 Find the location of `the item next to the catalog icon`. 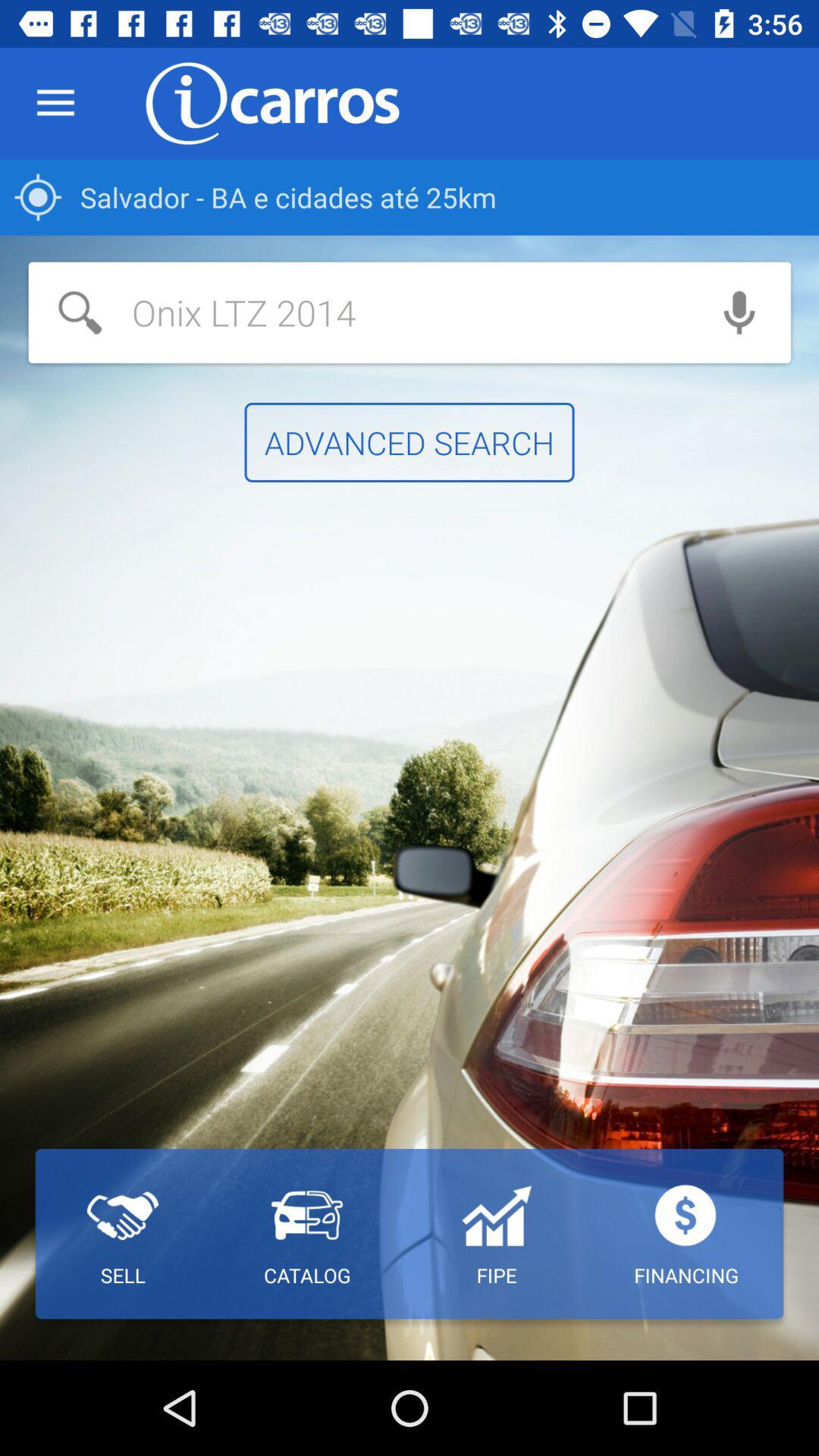

the item next to the catalog icon is located at coordinates (122, 1234).